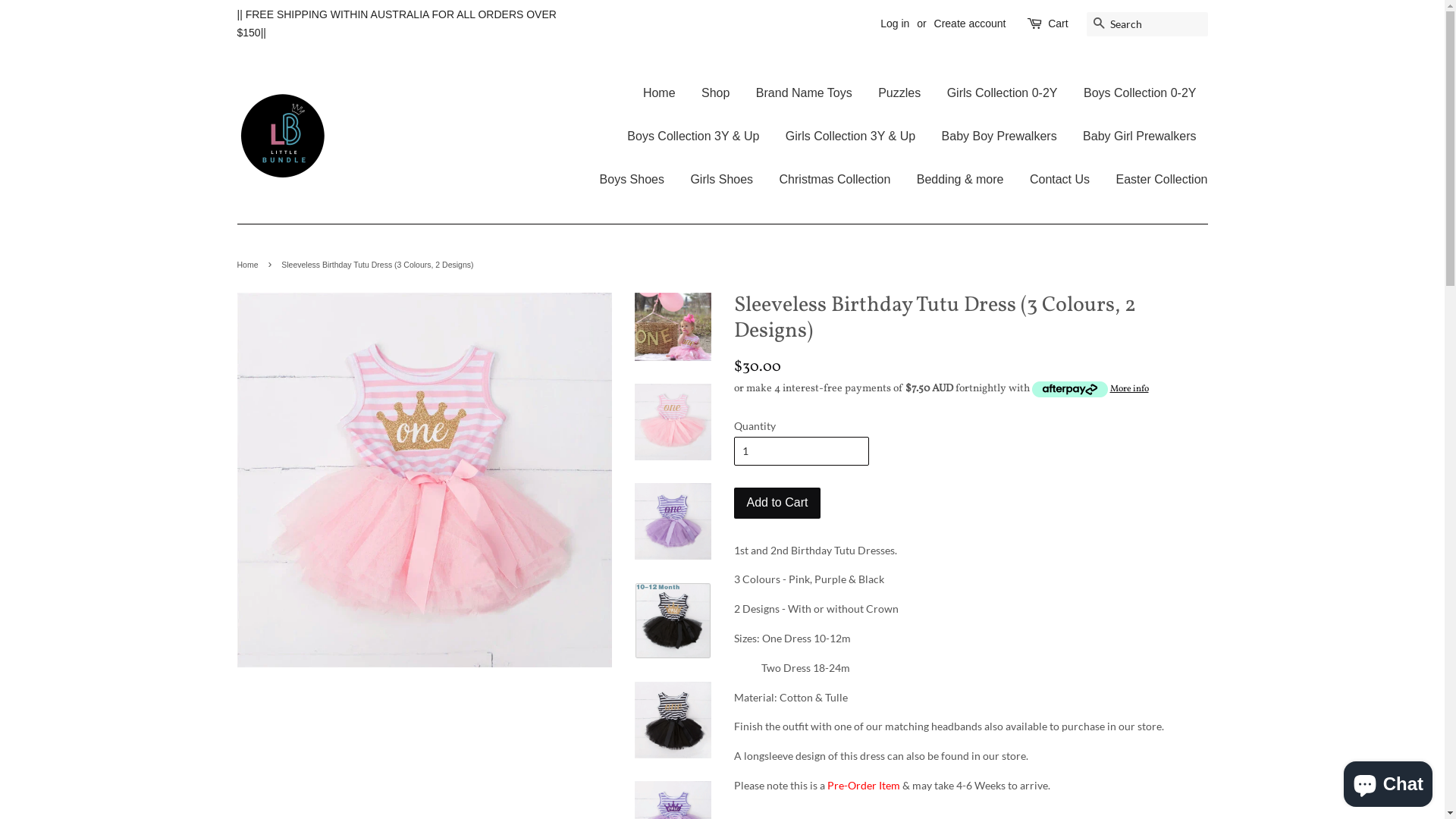 The width and height of the screenshot is (1456, 819). I want to click on 'Bedding & more', so click(959, 178).